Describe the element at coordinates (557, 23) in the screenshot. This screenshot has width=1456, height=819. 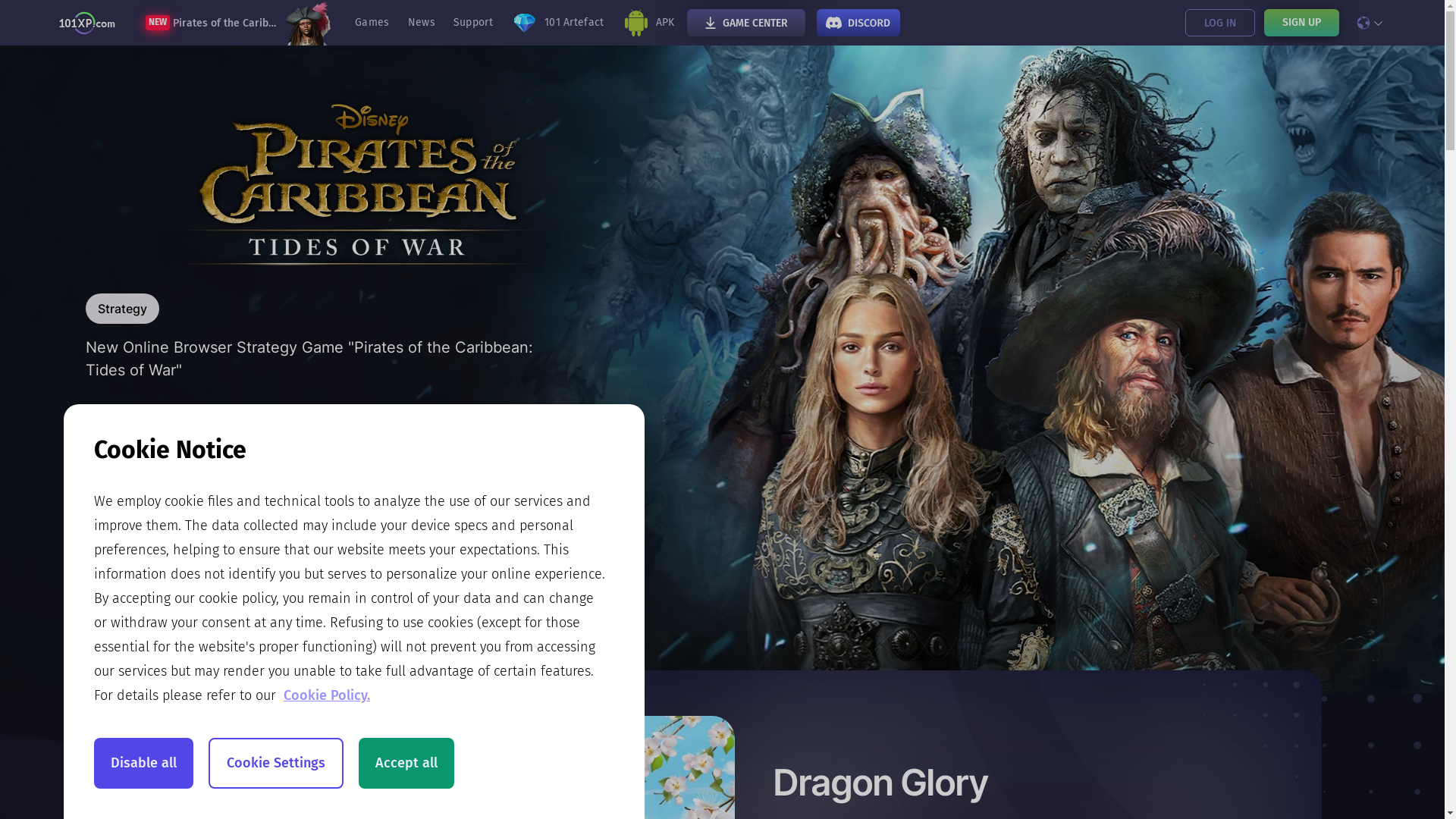
I see `'101 Artefact'` at that location.